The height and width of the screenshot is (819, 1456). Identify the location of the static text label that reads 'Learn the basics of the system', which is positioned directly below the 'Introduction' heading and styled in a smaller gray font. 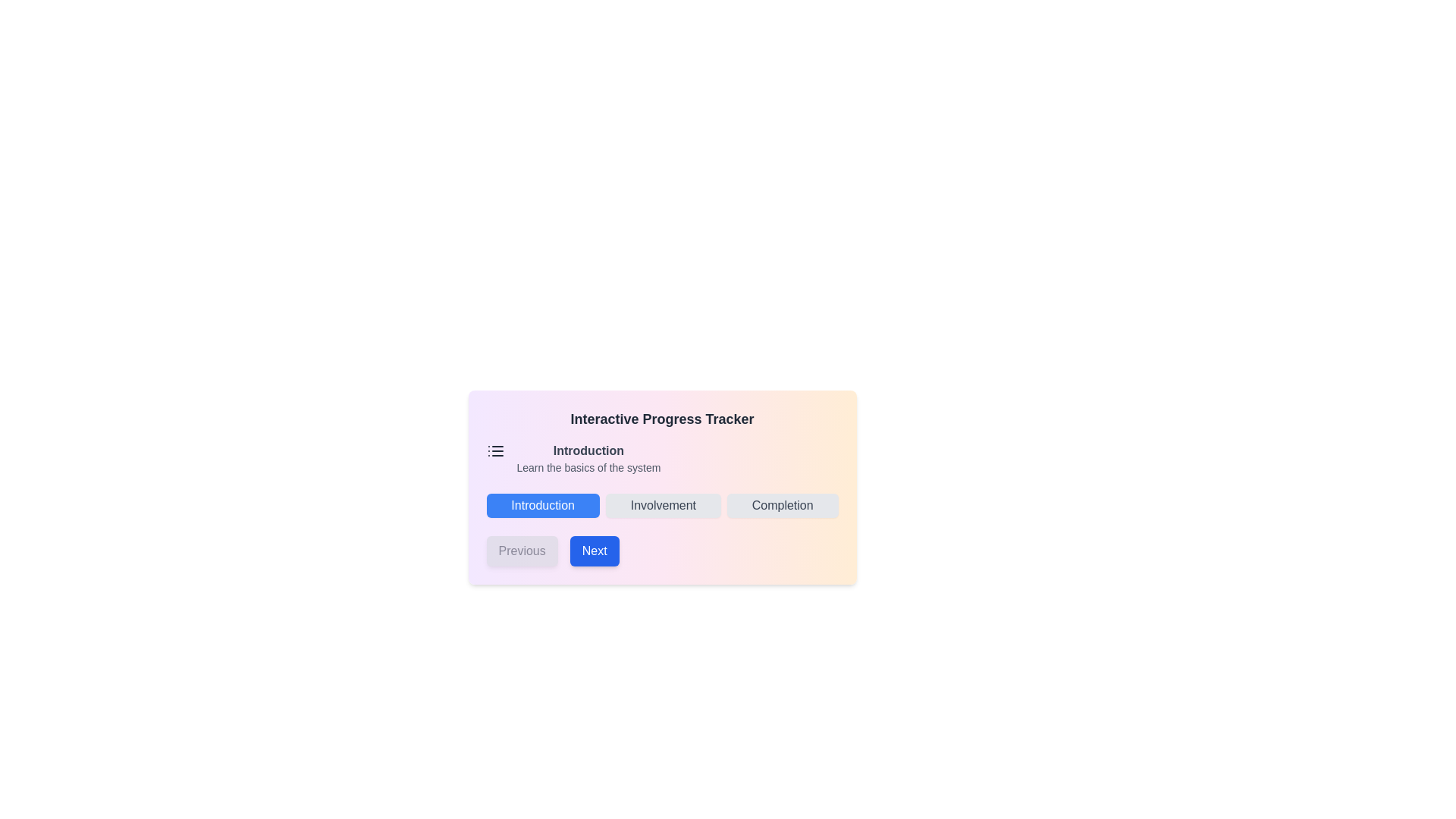
(588, 467).